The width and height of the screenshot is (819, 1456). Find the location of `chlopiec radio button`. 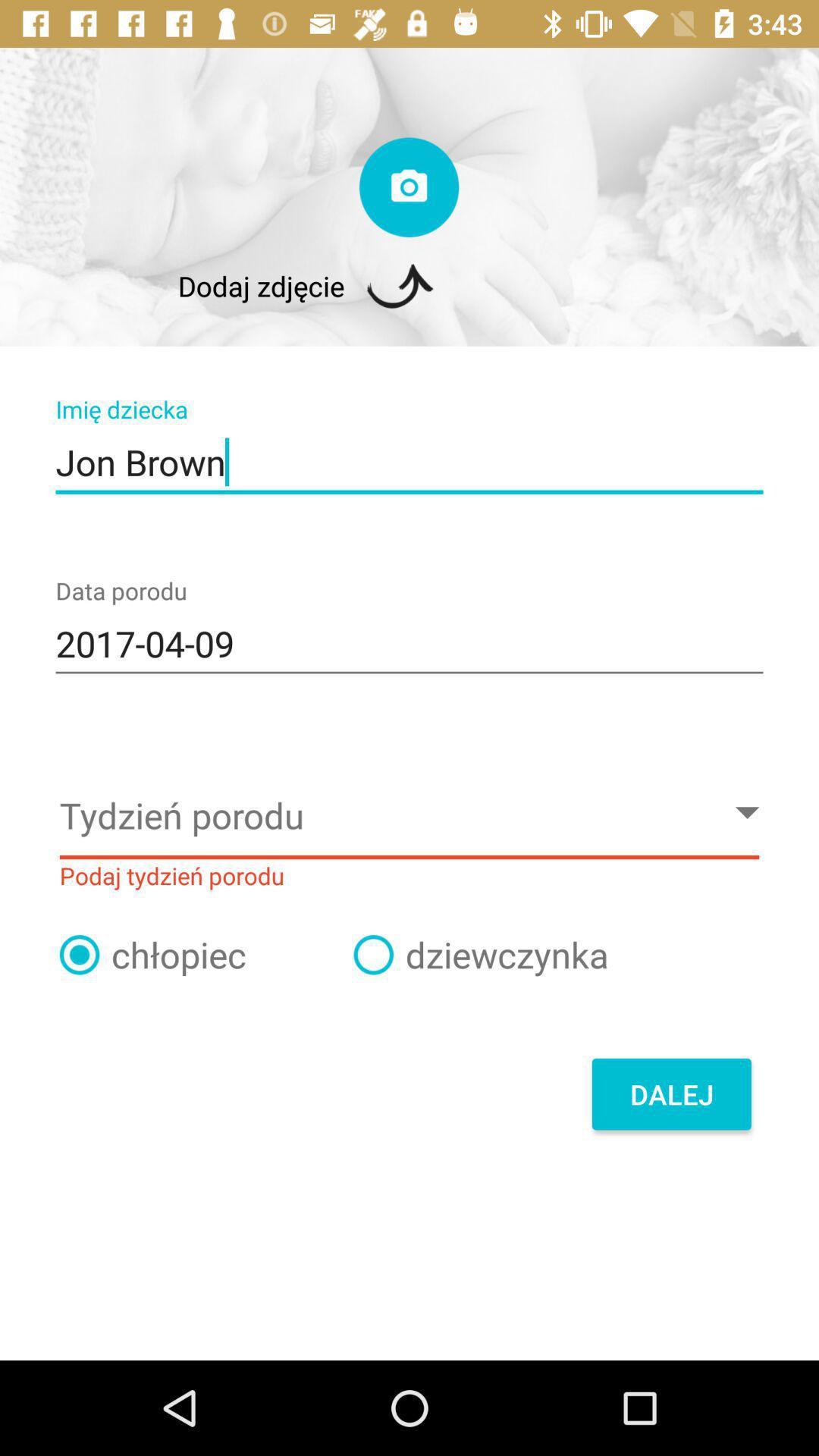

chlopiec radio button is located at coordinates (79, 954).